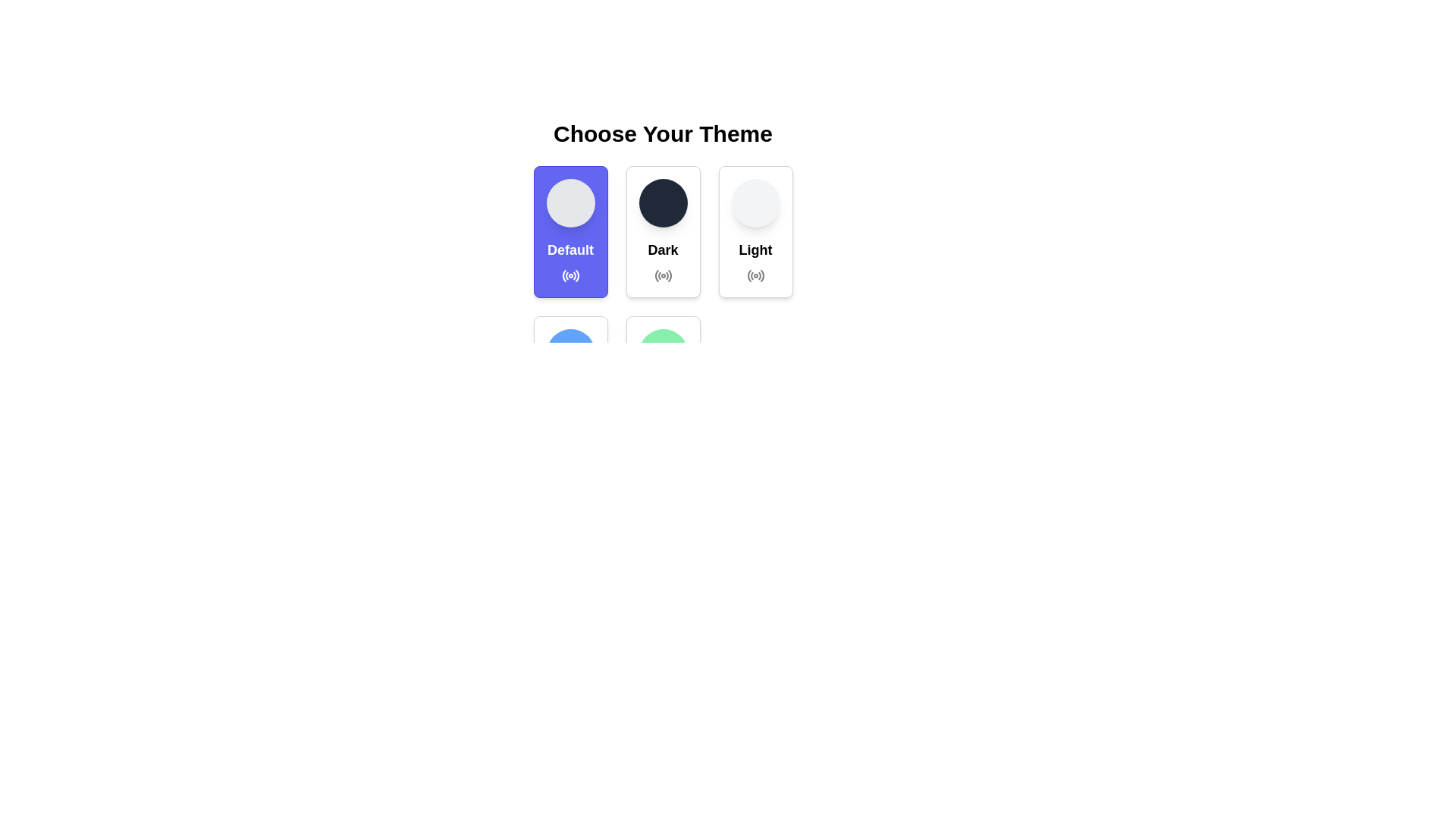 Image resolution: width=1456 pixels, height=819 pixels. What do you see at coordinates (762, 275) in the screenshot?
I see `the gray stroke vector graphic that is part of the circular design in the radio button for the 'Light' theme option` at bounding box center [762, 275].